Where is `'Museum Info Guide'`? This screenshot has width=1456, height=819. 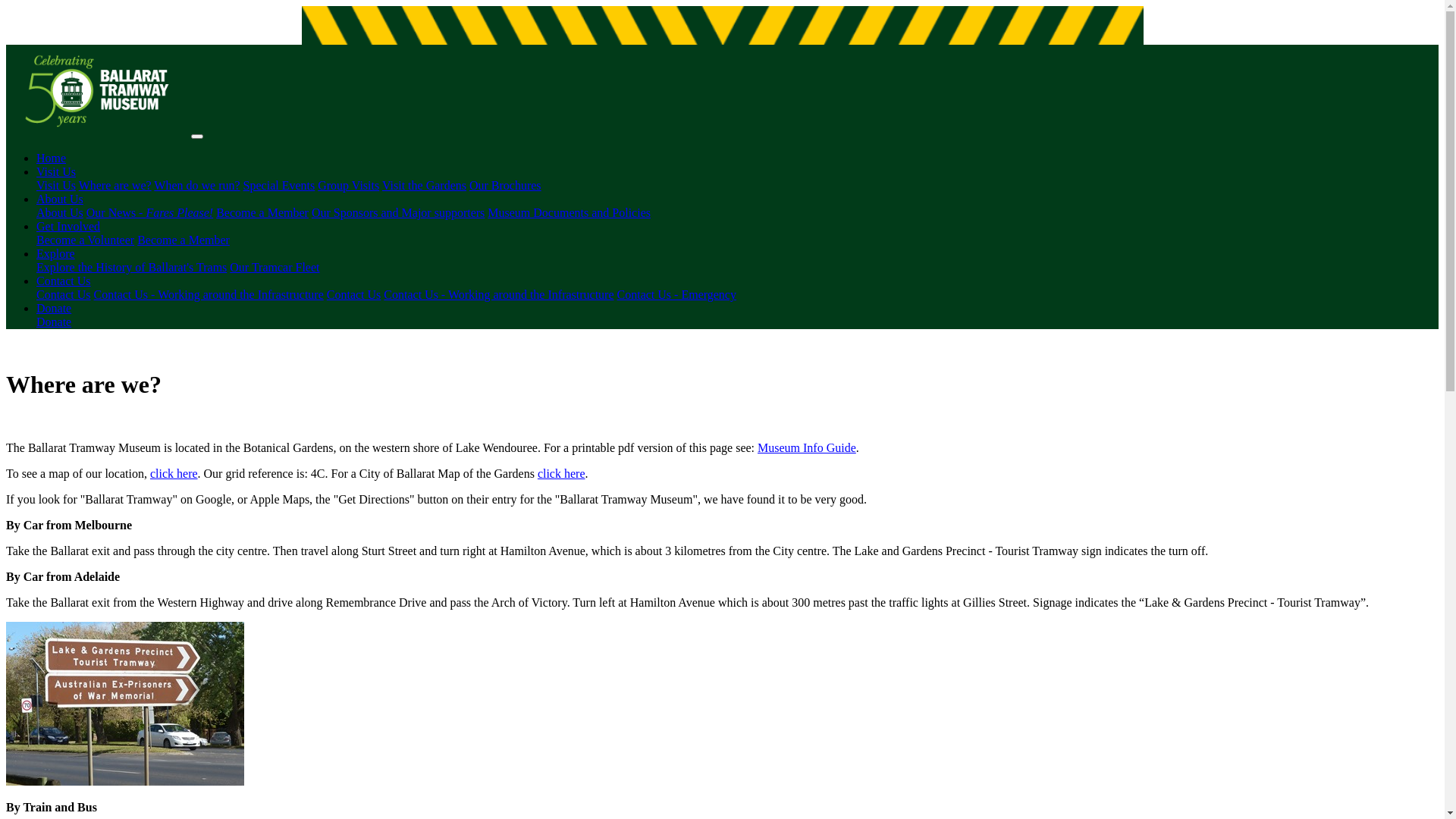 'Museum Info Guide' is located at coordinates (806, 447).